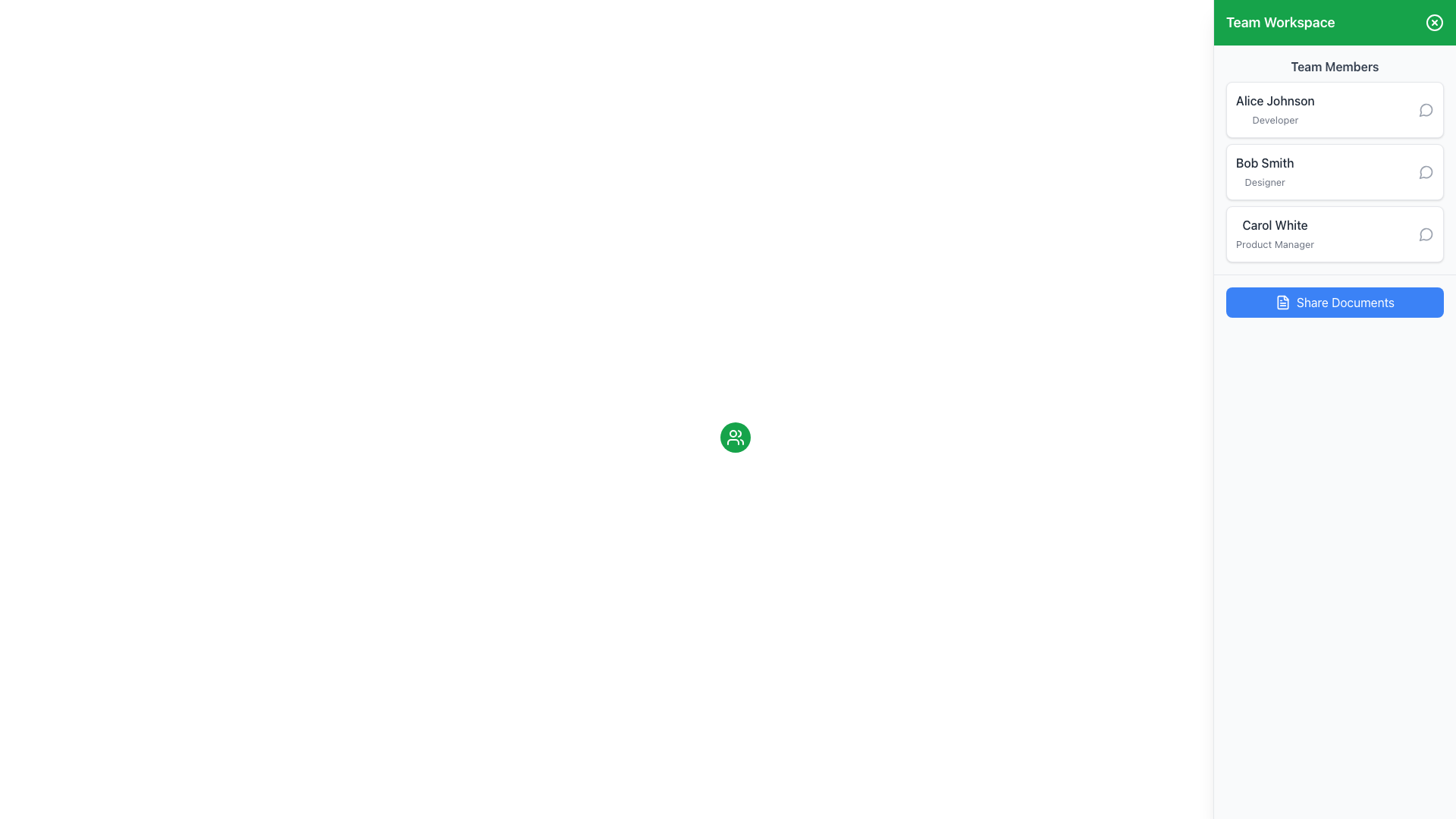 The height and width of the screenshot is (819, 1456). What do you see at coordinates (735, 438) in the screenshot?
I see `the rounded green button with a white group icon` at bounding box center [735, 438].